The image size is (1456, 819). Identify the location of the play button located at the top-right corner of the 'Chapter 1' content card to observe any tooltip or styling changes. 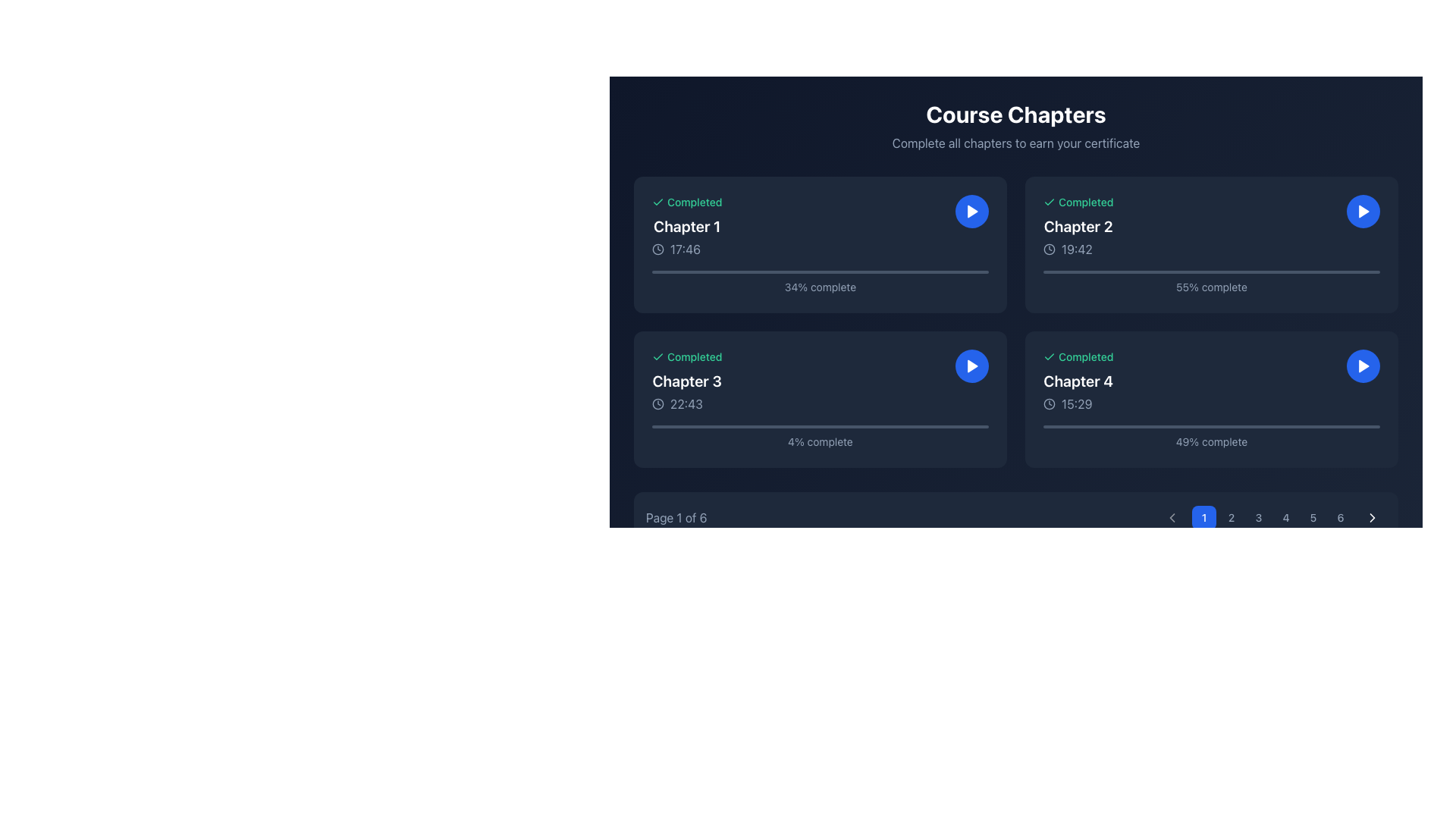
(971, 211).